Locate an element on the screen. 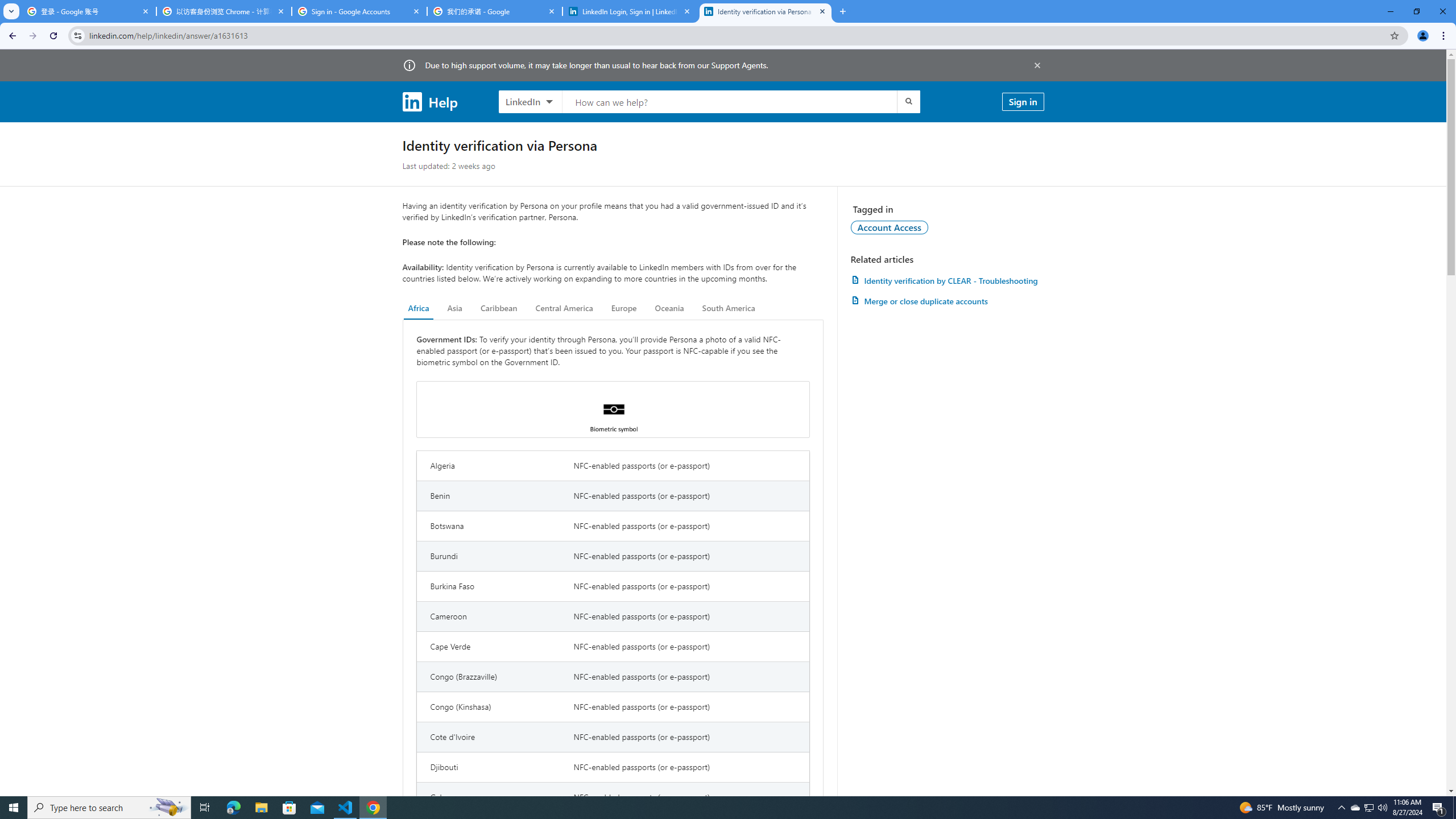  'Oceania' is located at coordinates (668, 308).